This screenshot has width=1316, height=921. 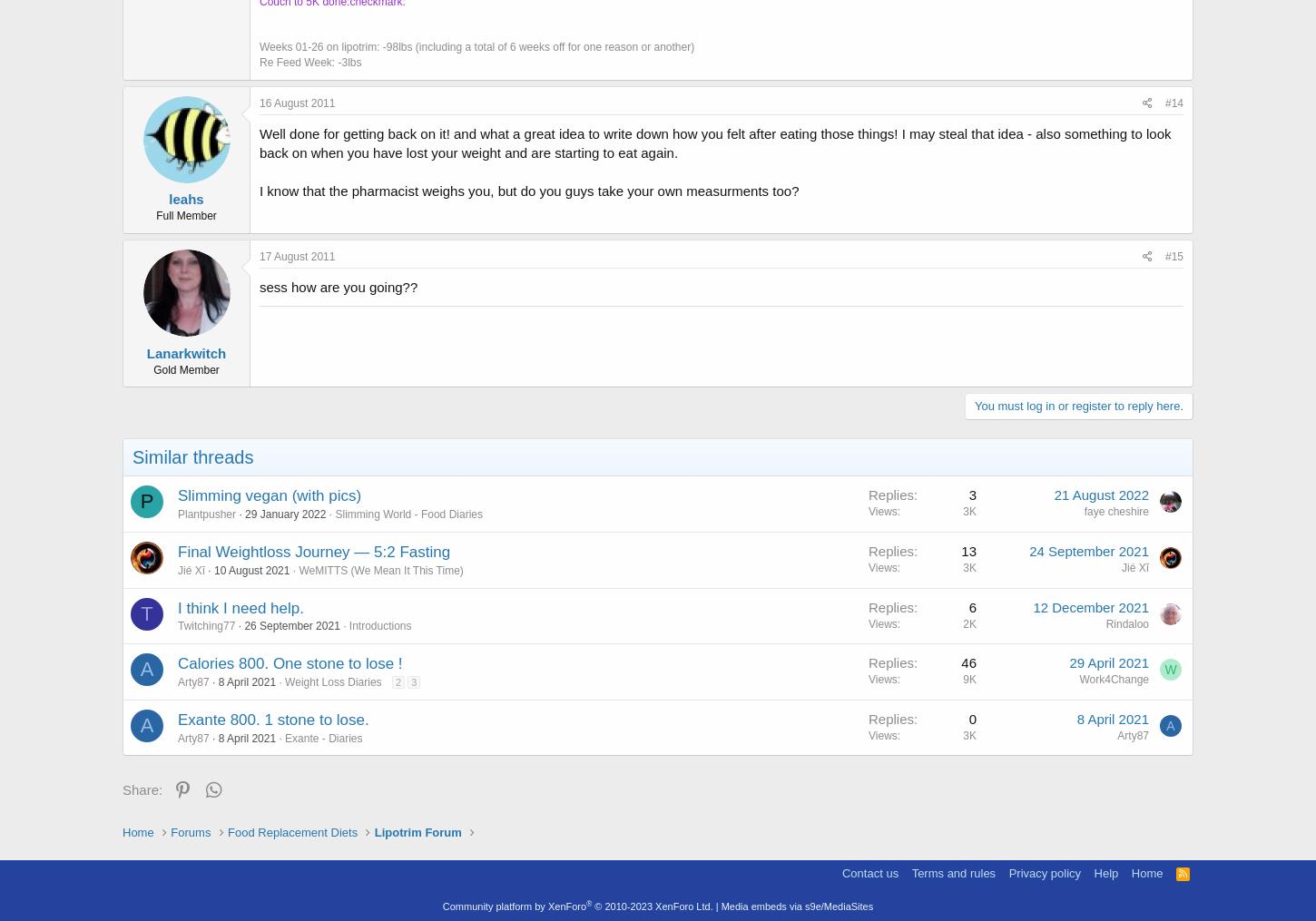 What do you see at coordinates (145, 612) in the screenshot?
I see `'T'` at bounding box center [145, 612].